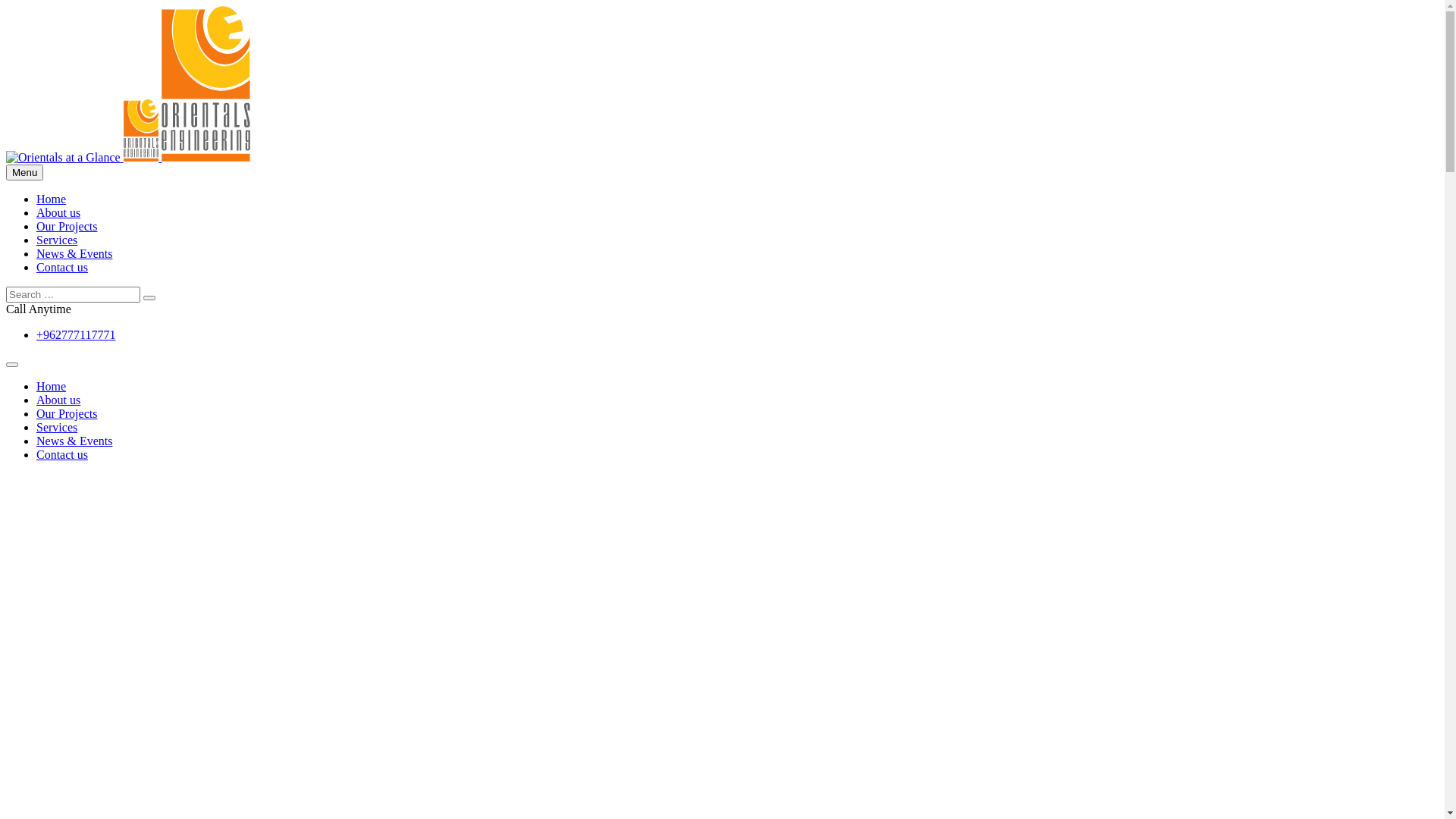 Image resolution: width=1456 pixels, height=819 pixels. Describe the element at coordinates (75, 334) in the screenshot. I see `'+962777117771'` at that location.